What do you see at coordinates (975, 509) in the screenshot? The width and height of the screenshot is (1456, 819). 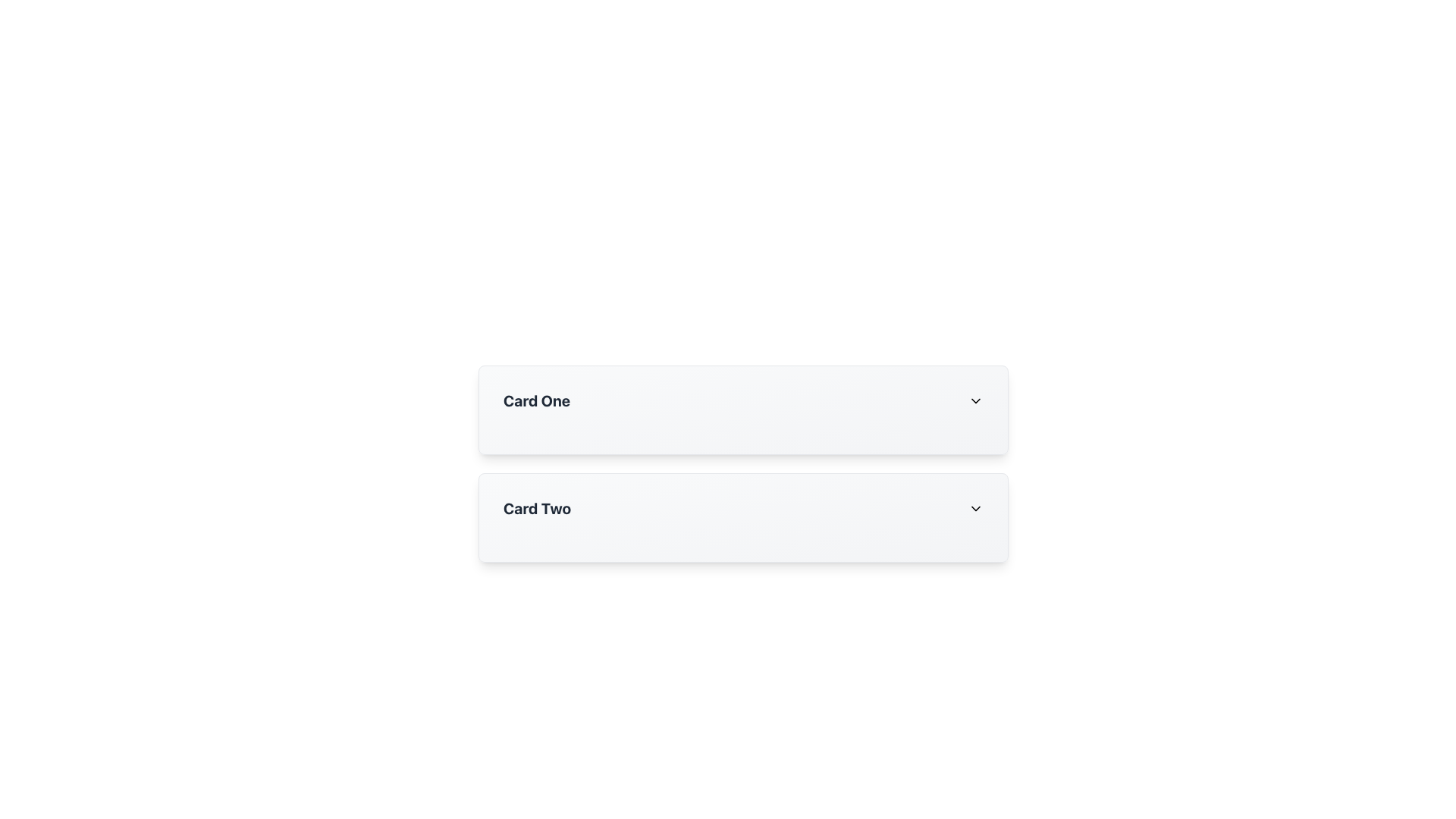 I see `the Dropdown indicator icon, which is an SVG chevron pointing downwards located at the far right of the 'Card Two' heading area` at bounding box center [975, 509].